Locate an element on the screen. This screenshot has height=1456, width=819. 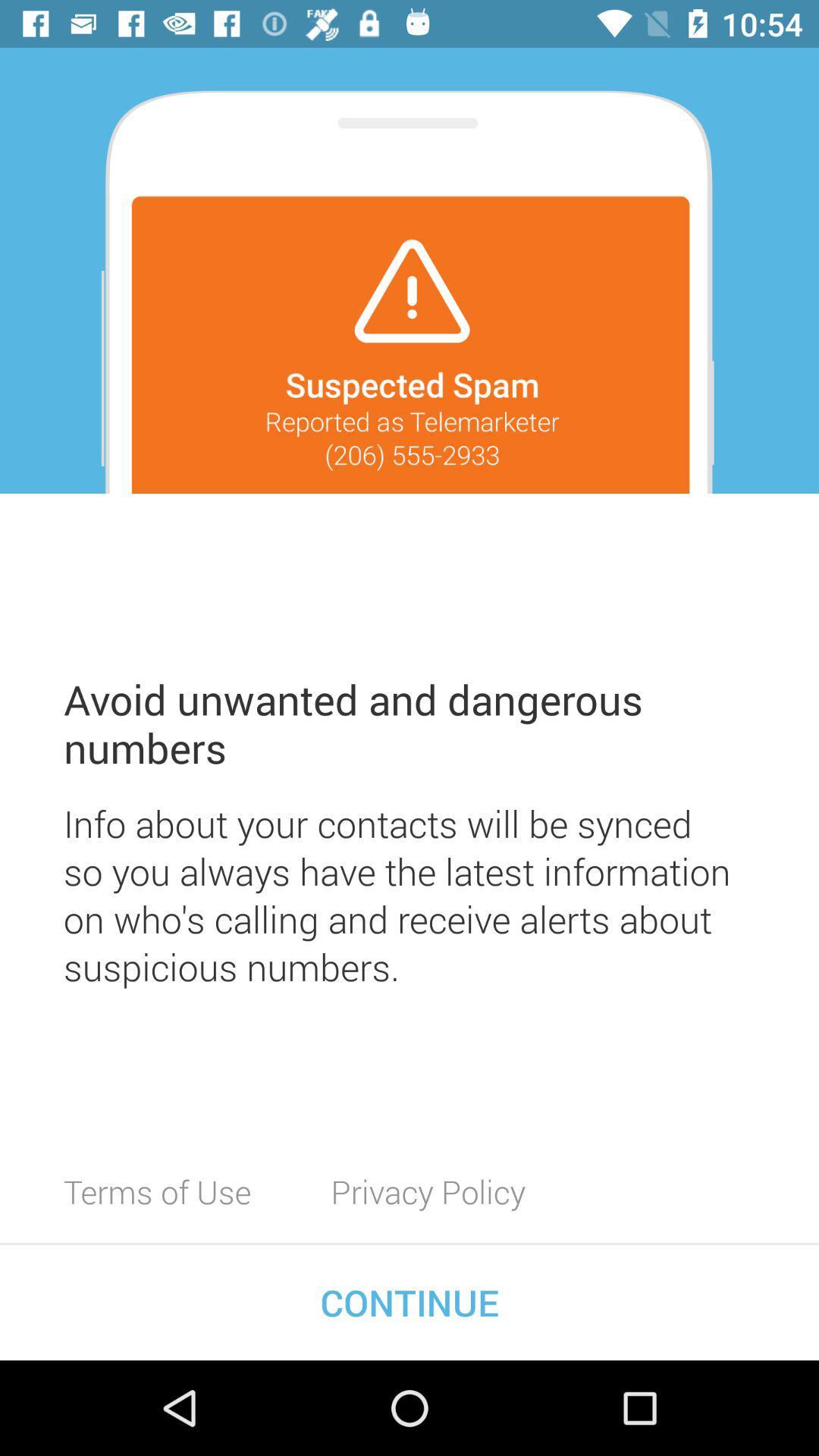
the item below the info about your item is located at coordinates (428, 1191).